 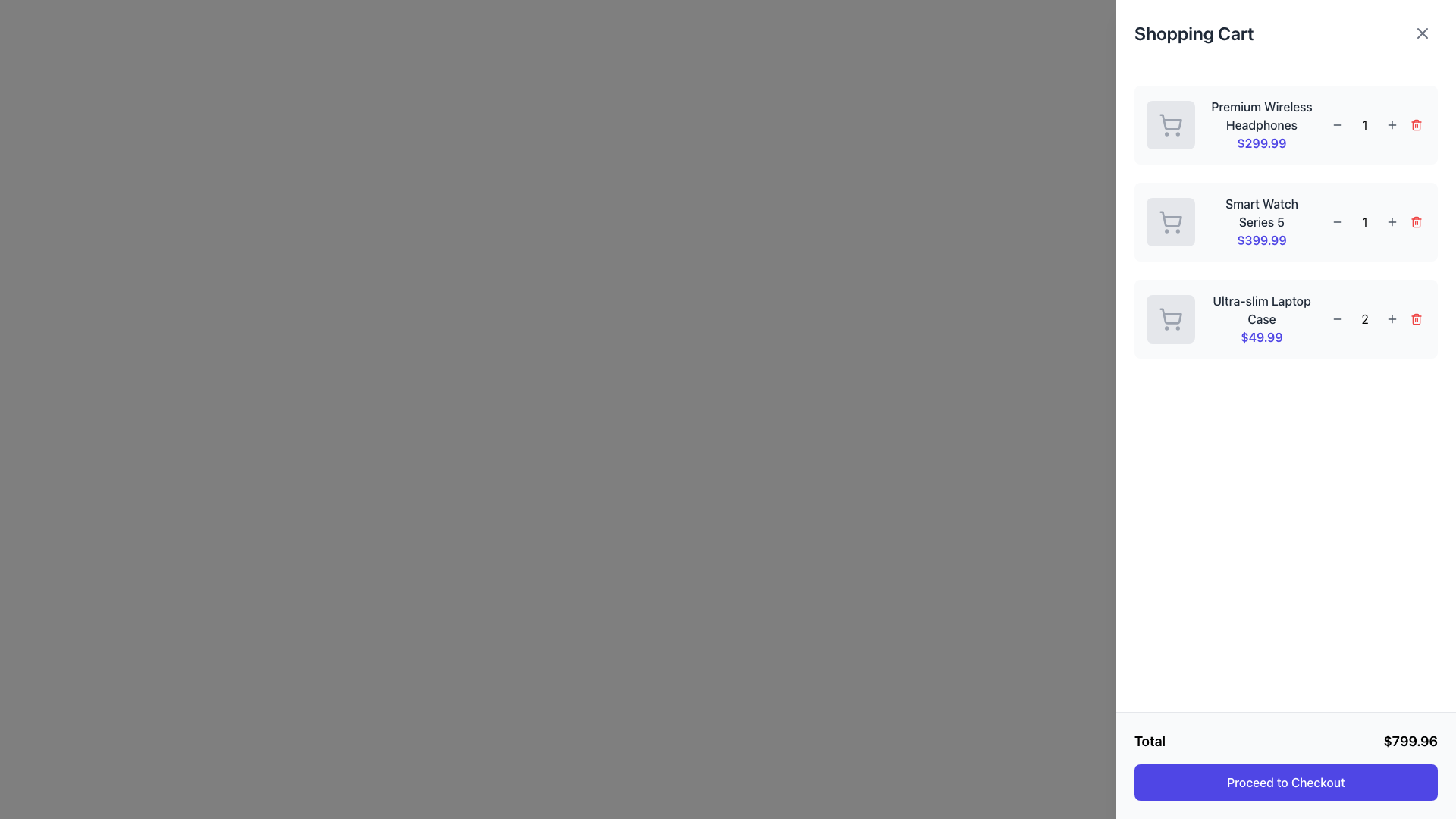 I want to click on the 'Proceed to Checkout' button located at the bottom of the interface, so click(x=1285, y=766).